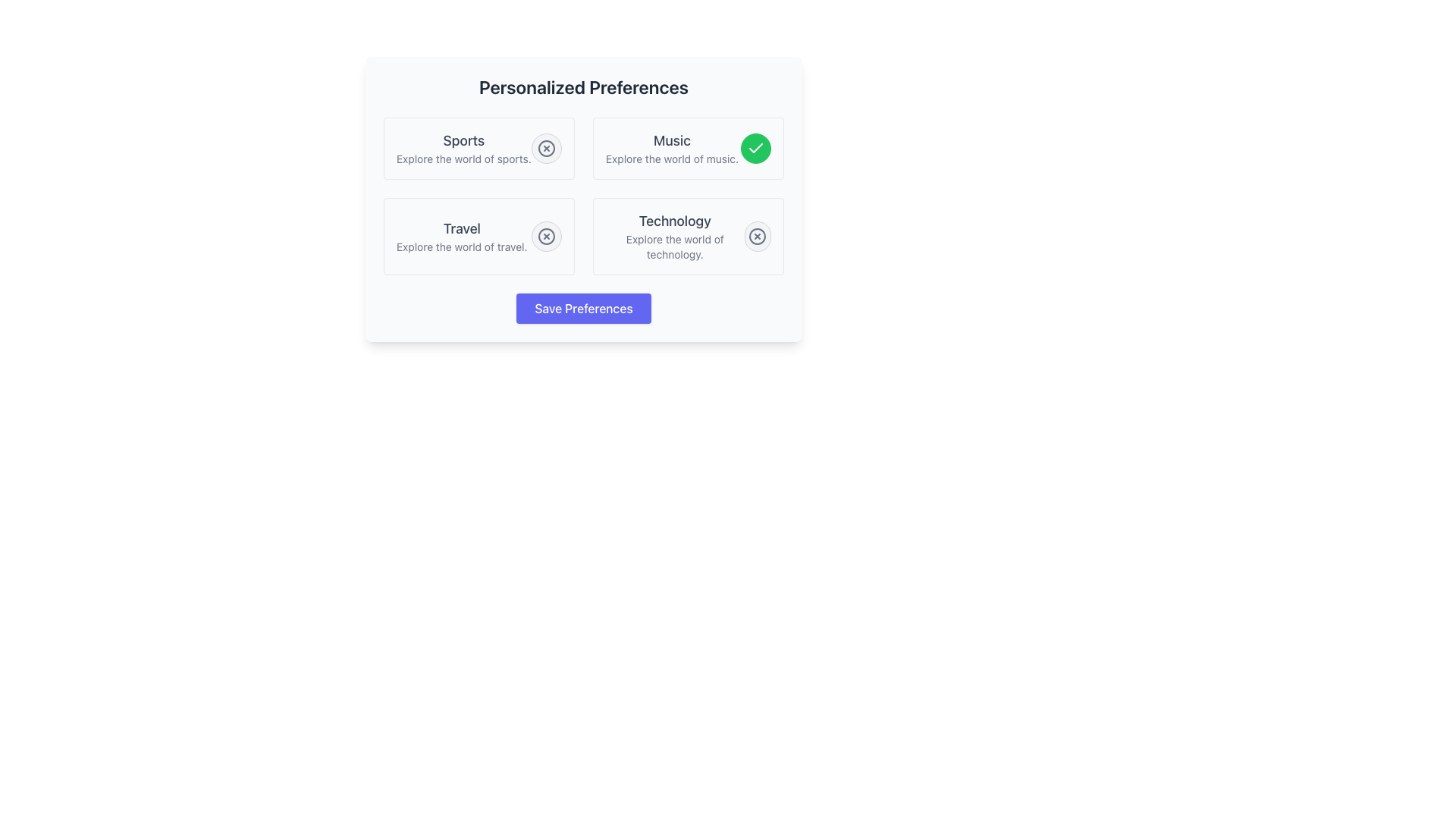  Describe the element at coordinates (546, 237) in the screenshot. I see `the circular icon button with a gray outer ring and a cross mark (X) centered inside to deselect the travel preference` at that location.